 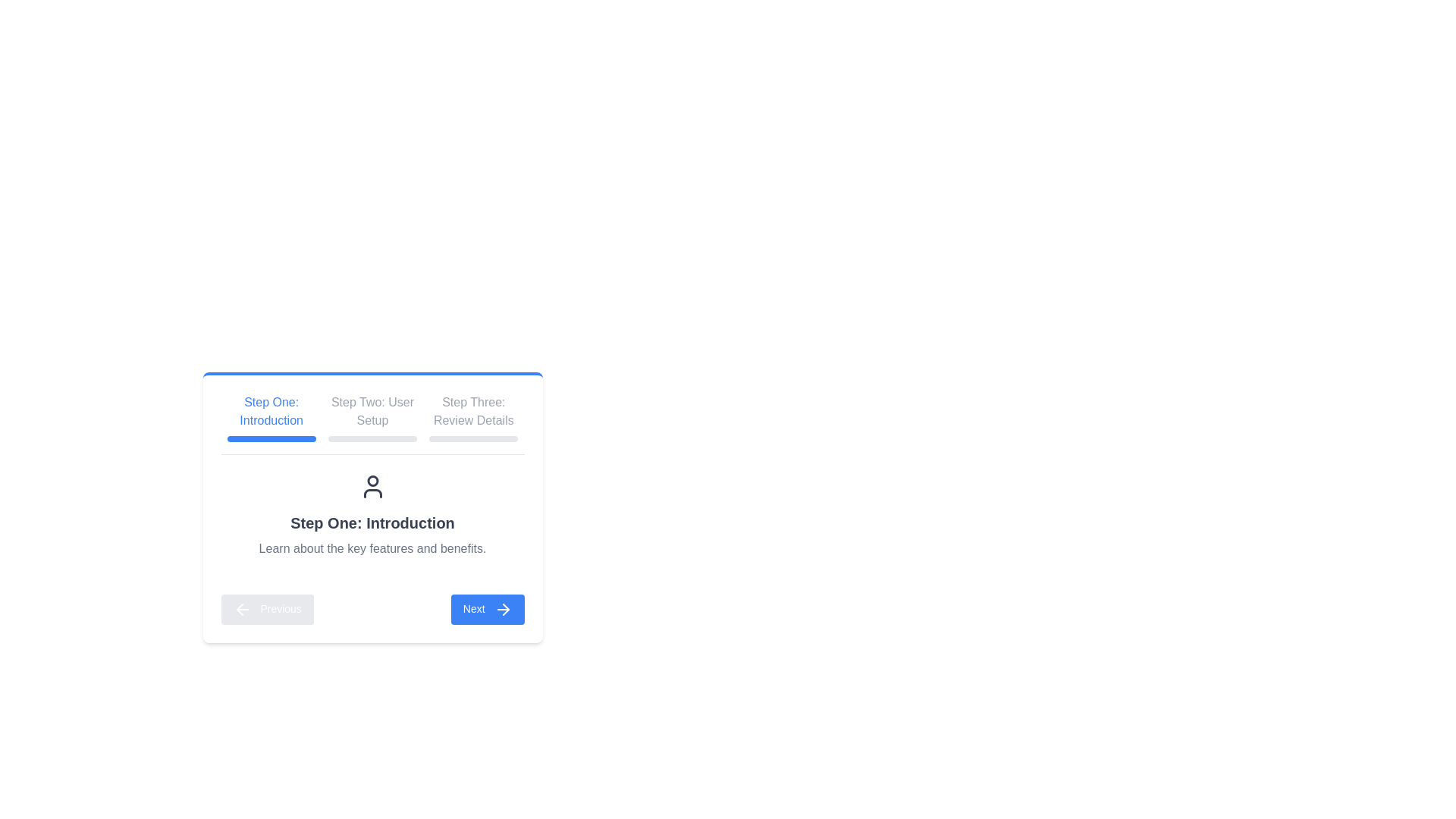 I want to click on header text element that provides the title and context for the content below in the step-by-step guidance interface, so click(x=372, y=522).